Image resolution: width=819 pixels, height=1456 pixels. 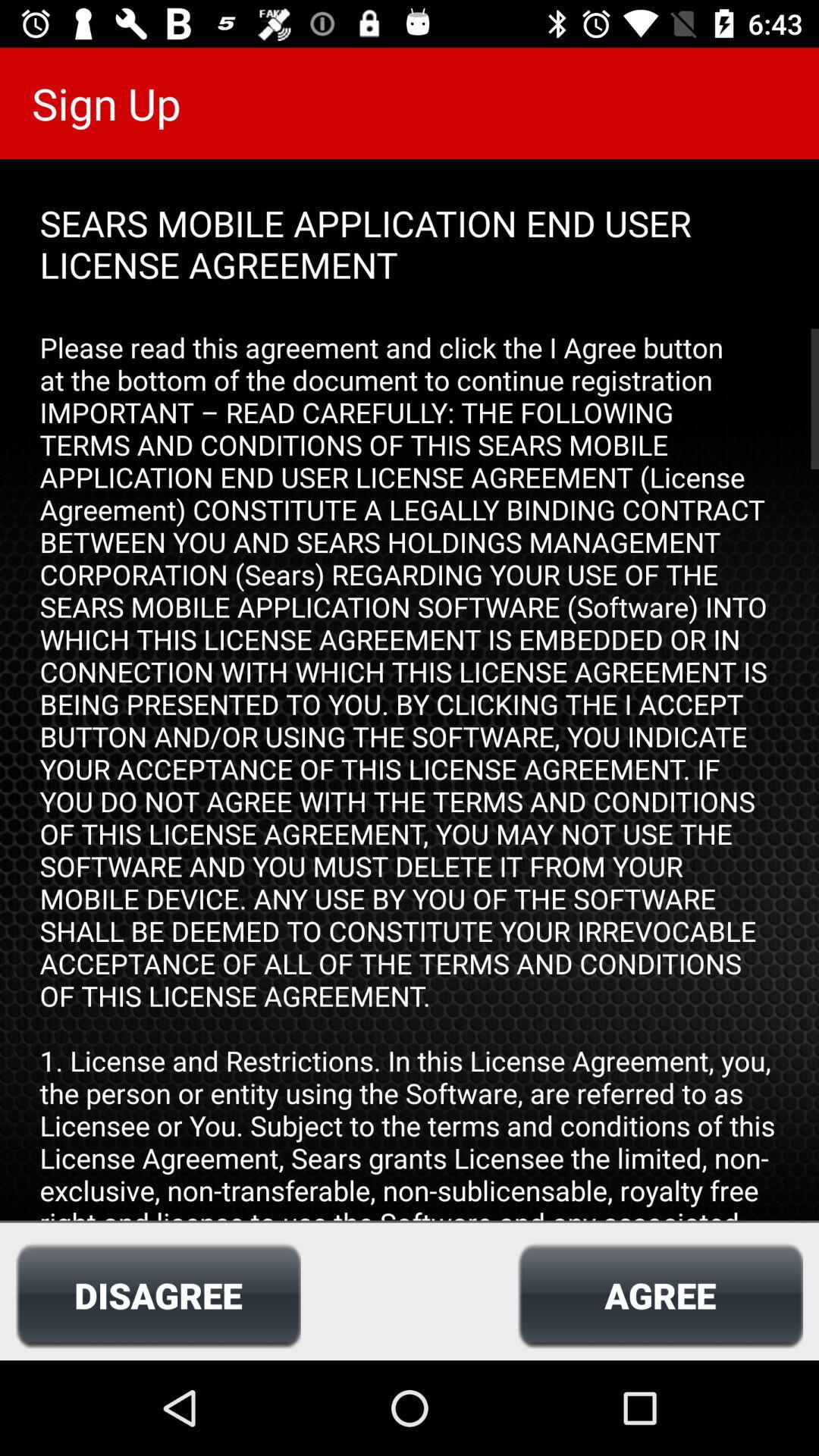 What do you see at coordinates (158, 1294) in the screenshot?
I see `the disagree item` at bounding box center [158, 1294].